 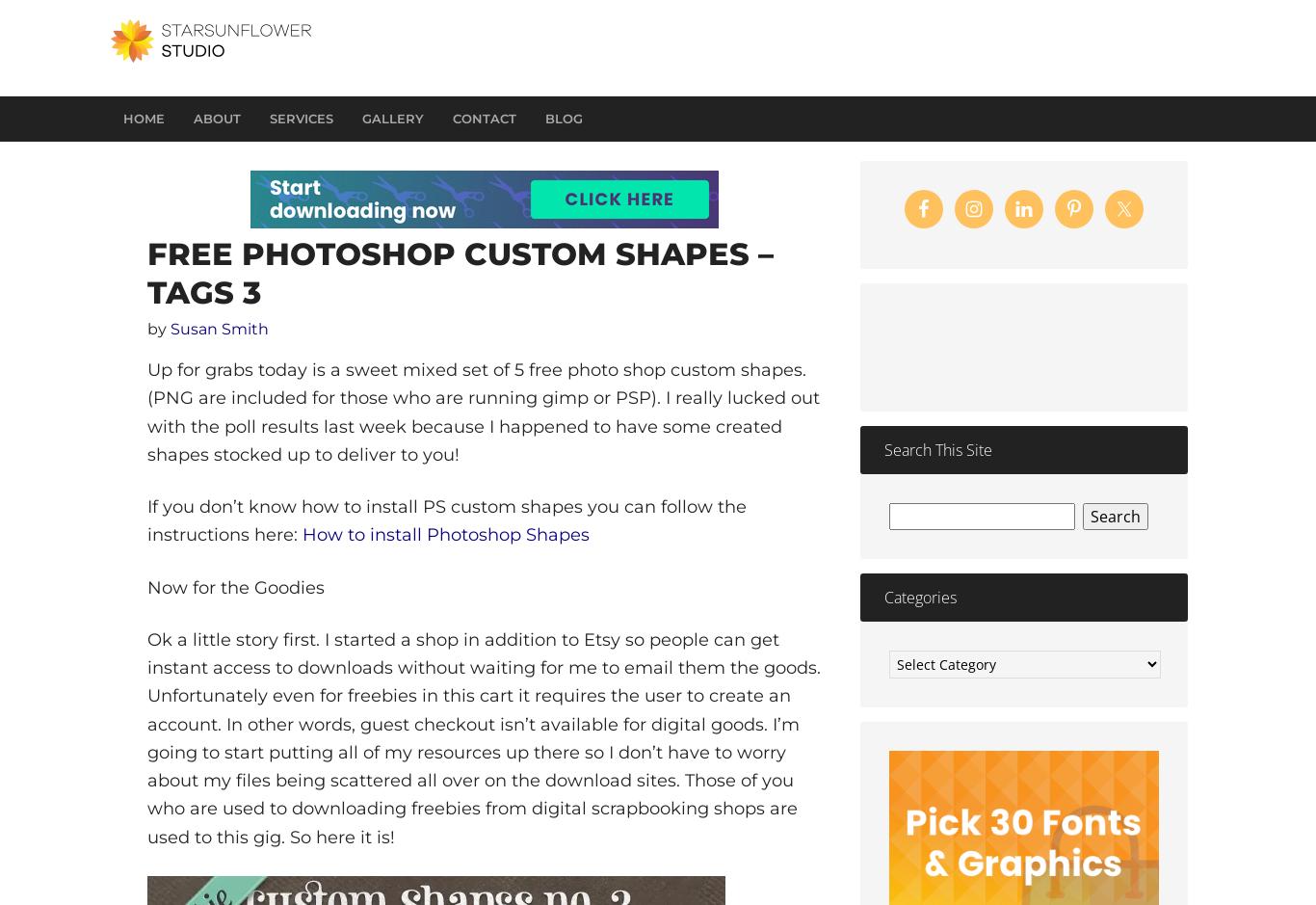 I want to click on 'Up for grabs today is a sweet mixed set of 5 free photo shop custom shapes. (PNG are included for those who are running gimp or PSP). I really lucked out with the poll results last week because I happened to have some created shapes stocked up to deliver to you!', so click(x=484, y=411).